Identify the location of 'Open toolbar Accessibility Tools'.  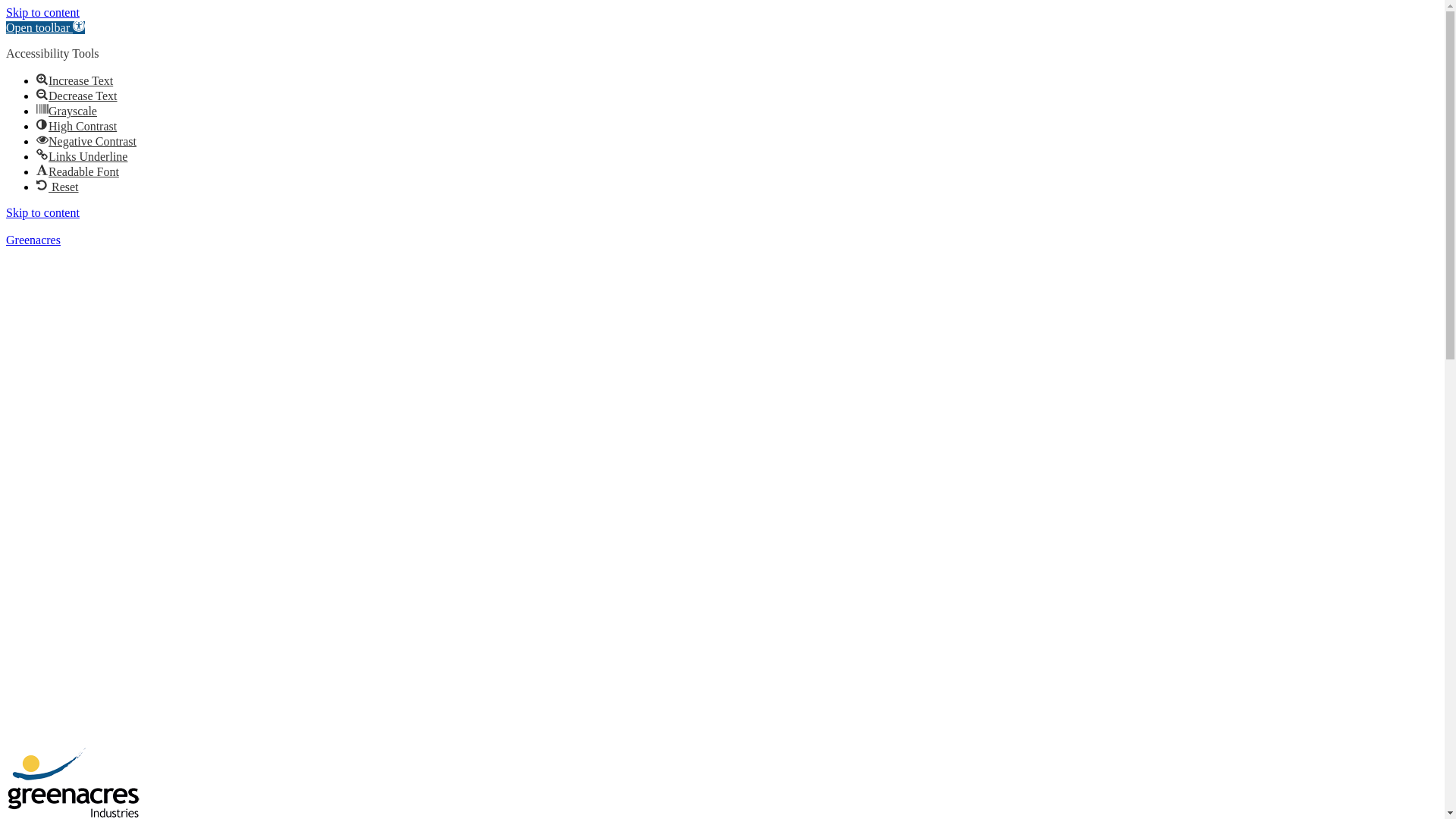
(45, 27).